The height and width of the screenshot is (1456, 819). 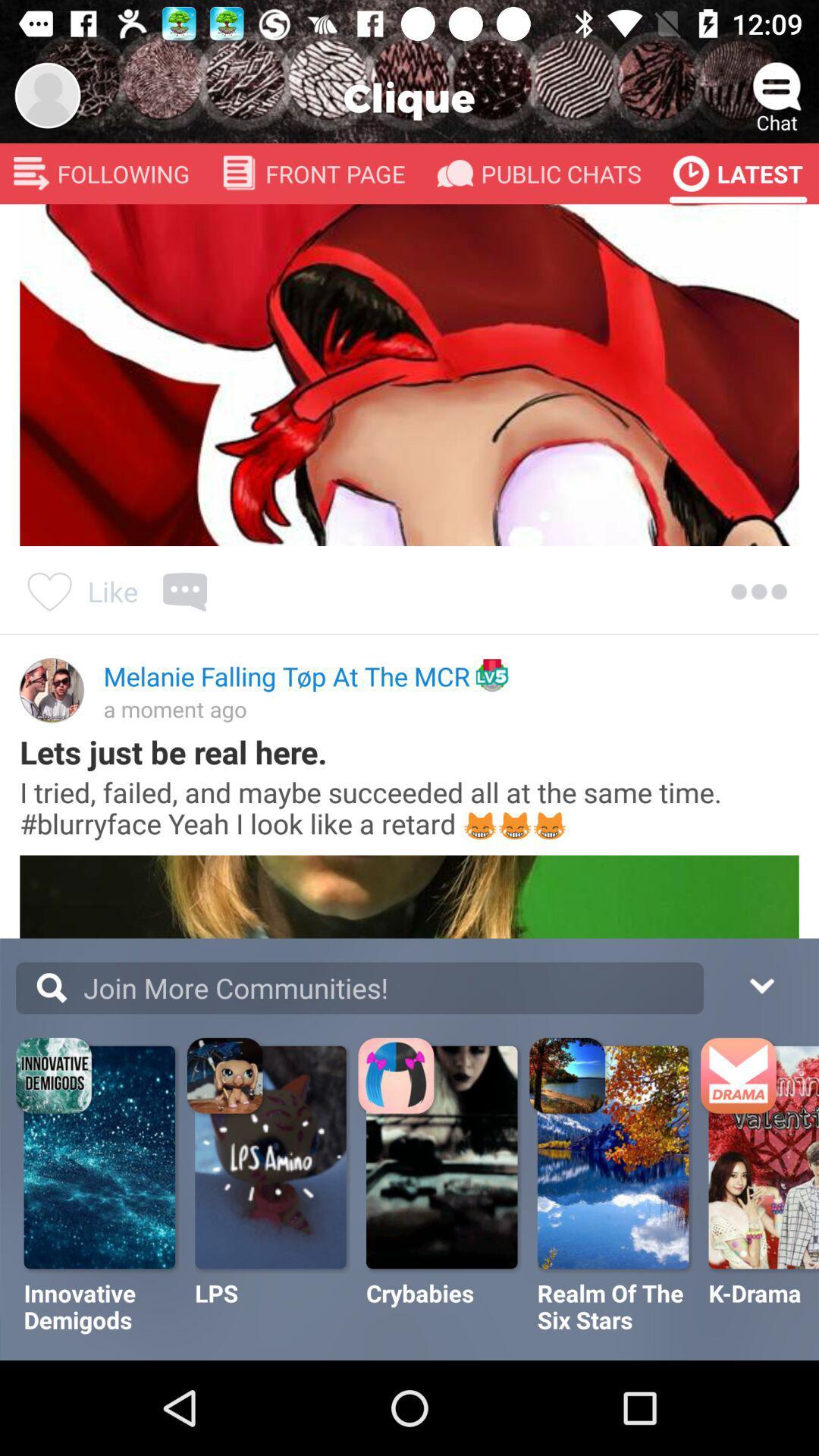 What do you see at coordinates (359, 988) in the screenshot?
I see `the text join more communities along with the search button` at bounding box center [359, 988].